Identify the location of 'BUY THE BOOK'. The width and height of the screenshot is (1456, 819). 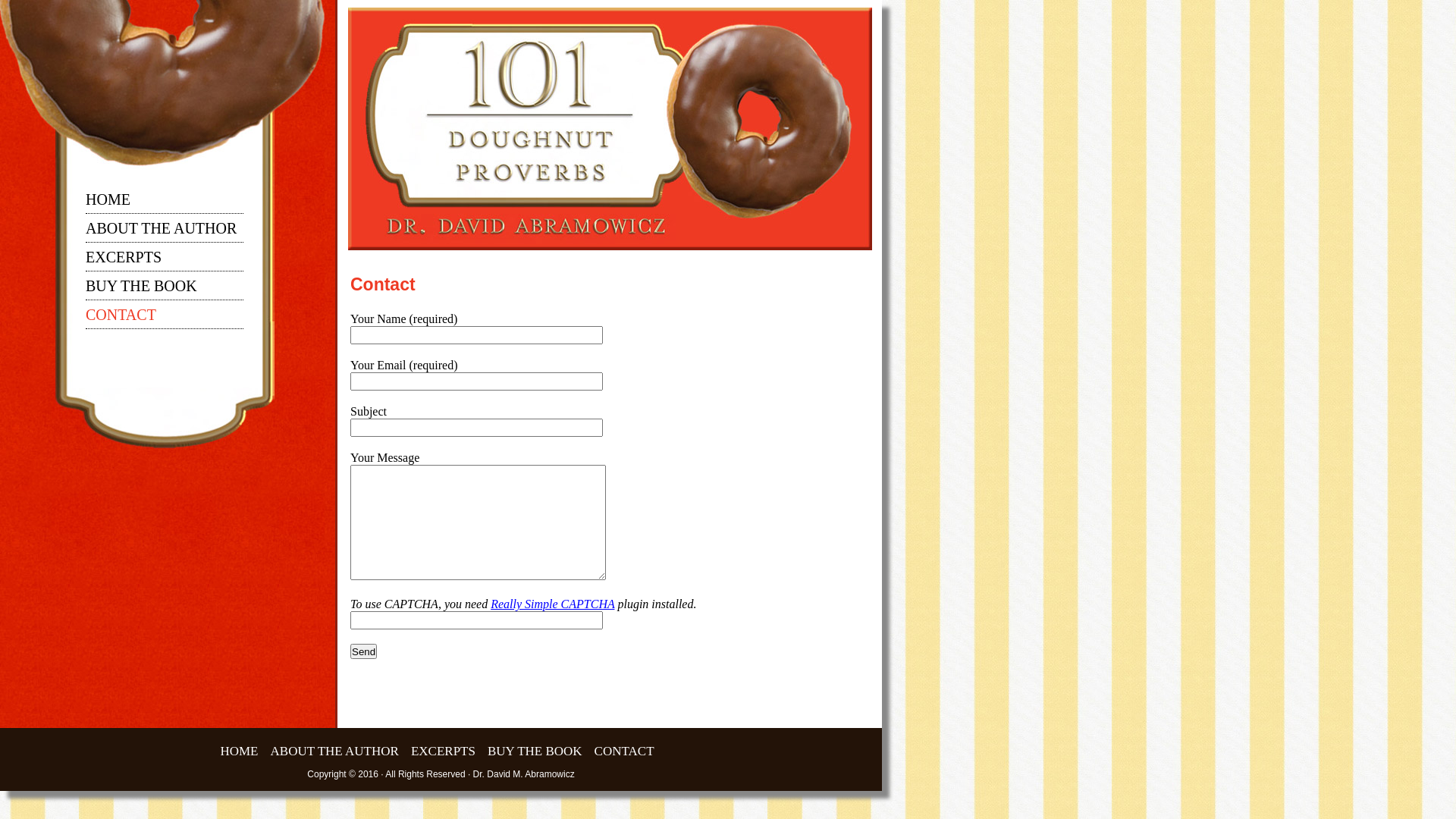
(141, 289).